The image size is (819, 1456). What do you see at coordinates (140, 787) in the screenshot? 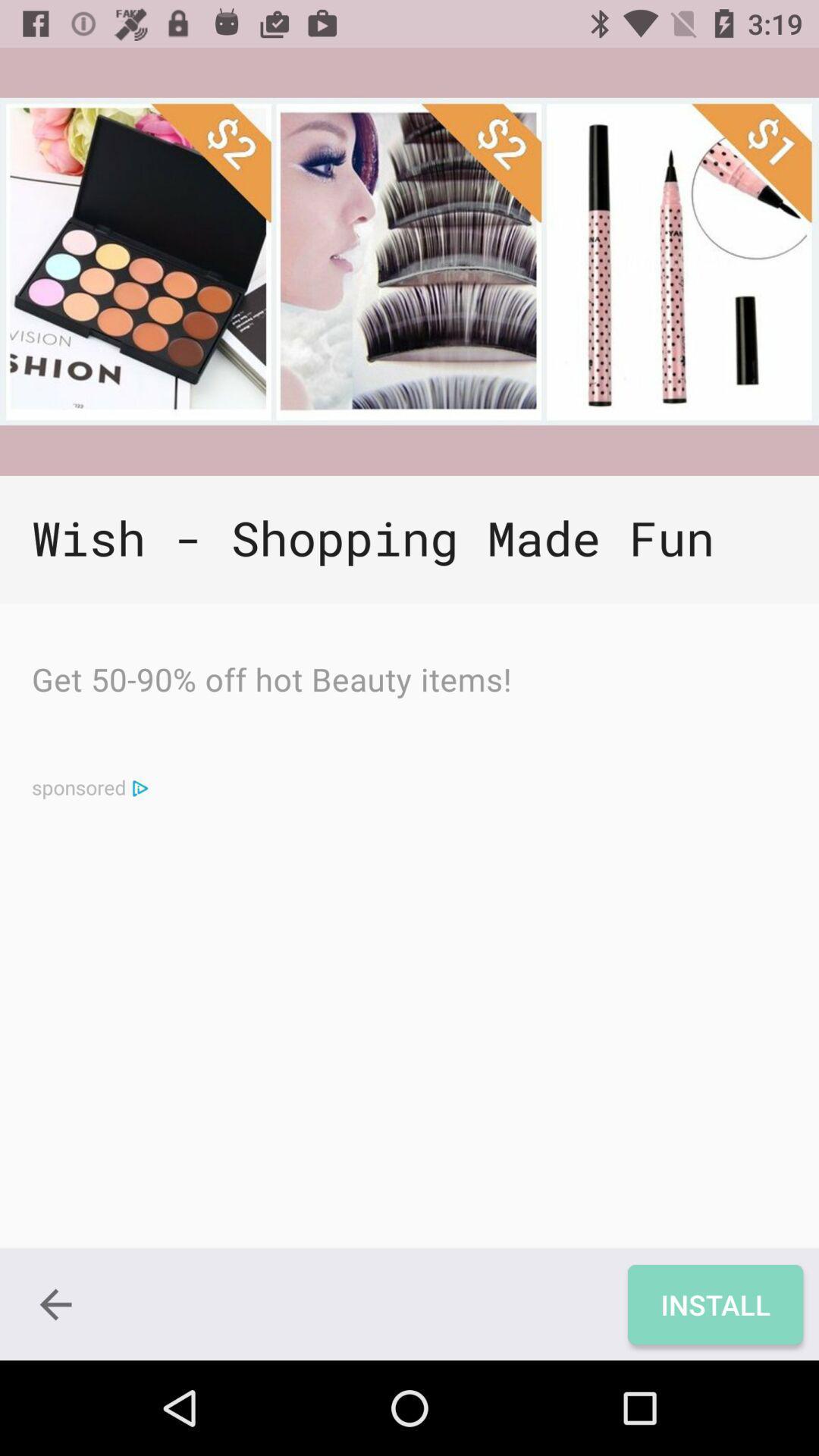
I see `icon next to the sponsored` at bounding box center [140, 787].